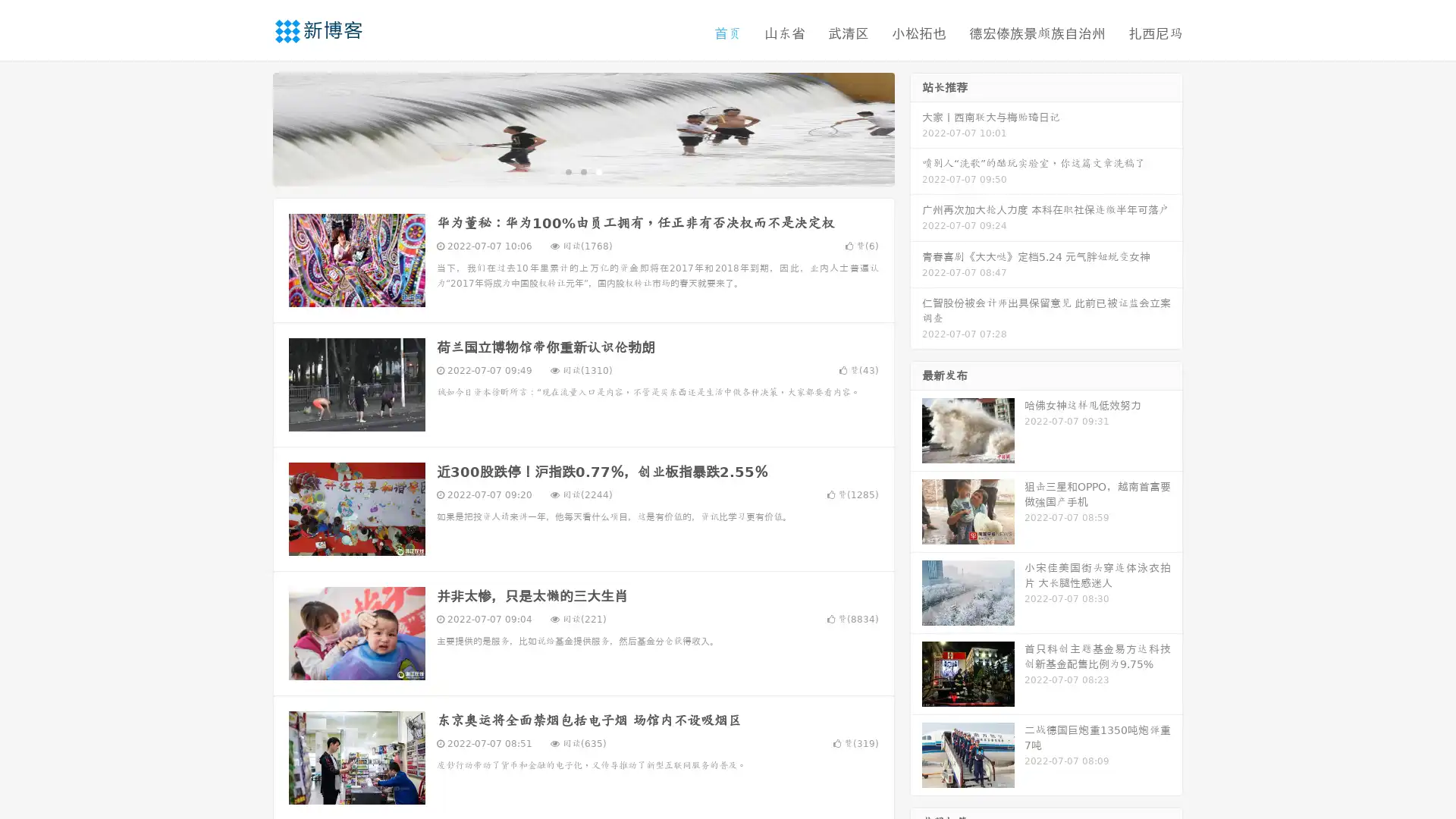 Image resolution: width=1456 pixels, height=819 pixels. I want to click on Go to slide 3, so click(598, 171).